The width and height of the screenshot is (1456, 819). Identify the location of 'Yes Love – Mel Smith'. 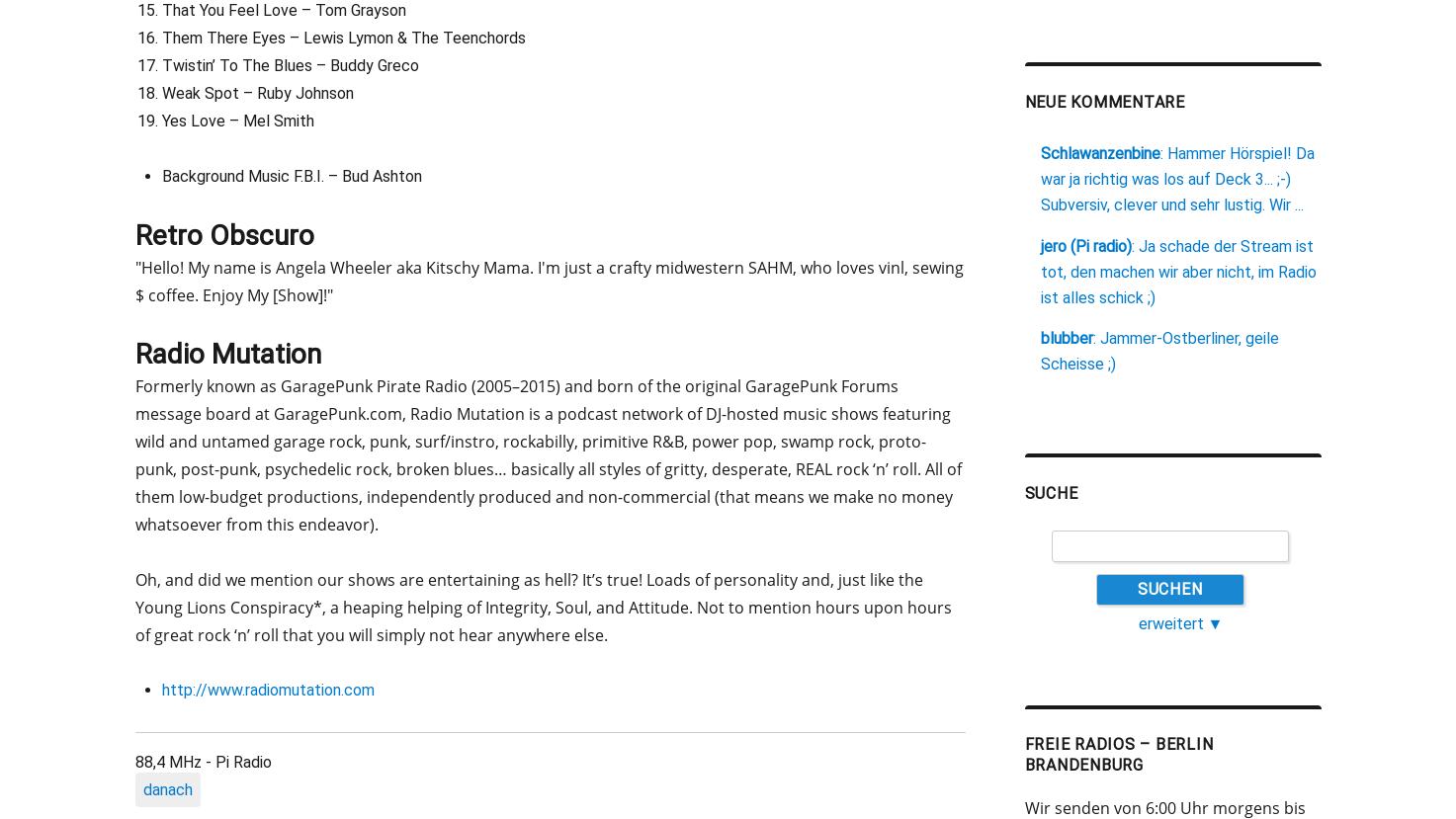
(235, 119).